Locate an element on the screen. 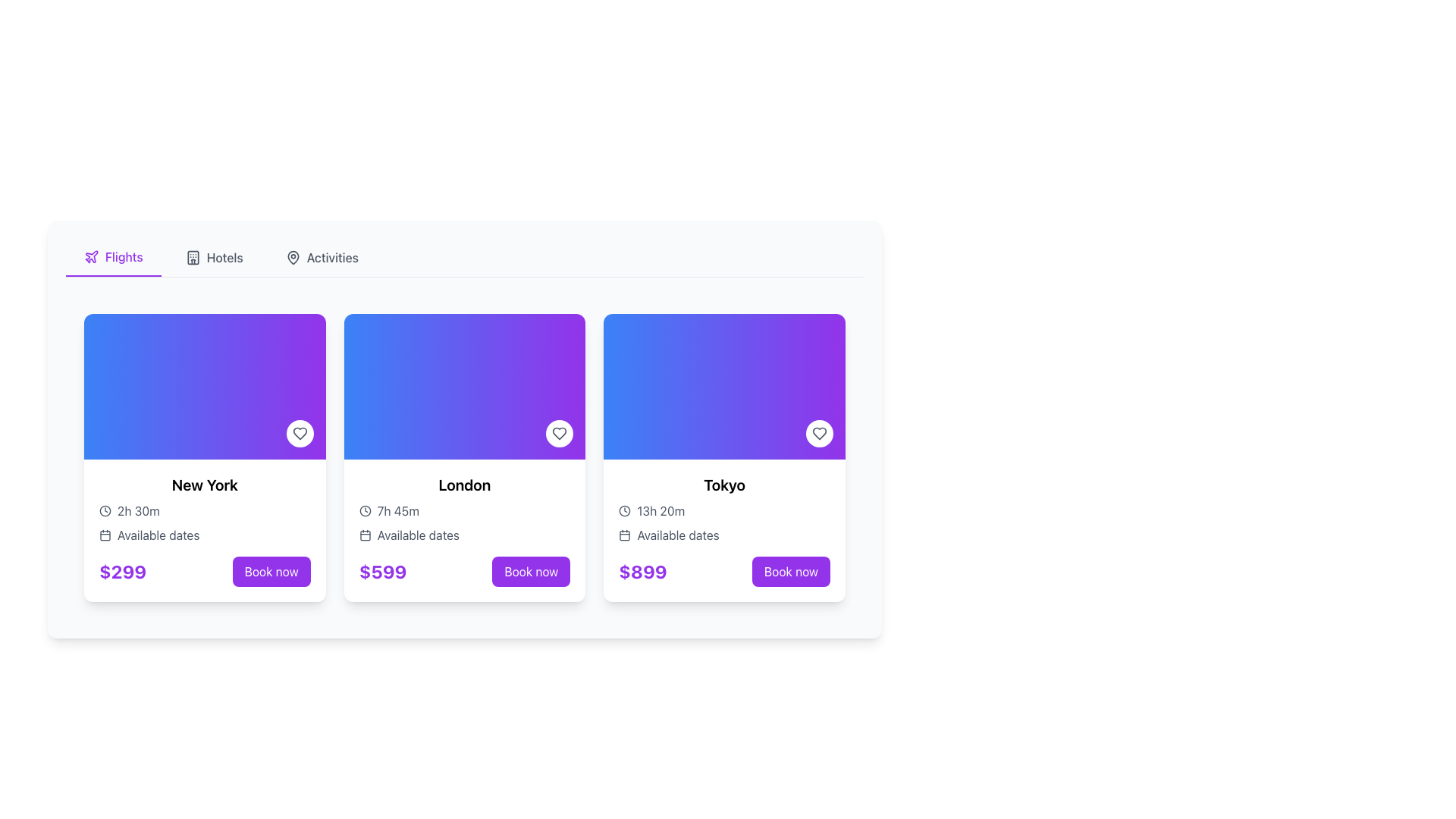  the circular button with a heart icon located at the bottom-right corner of the 'New York' card is located at coordinates (300, 433).